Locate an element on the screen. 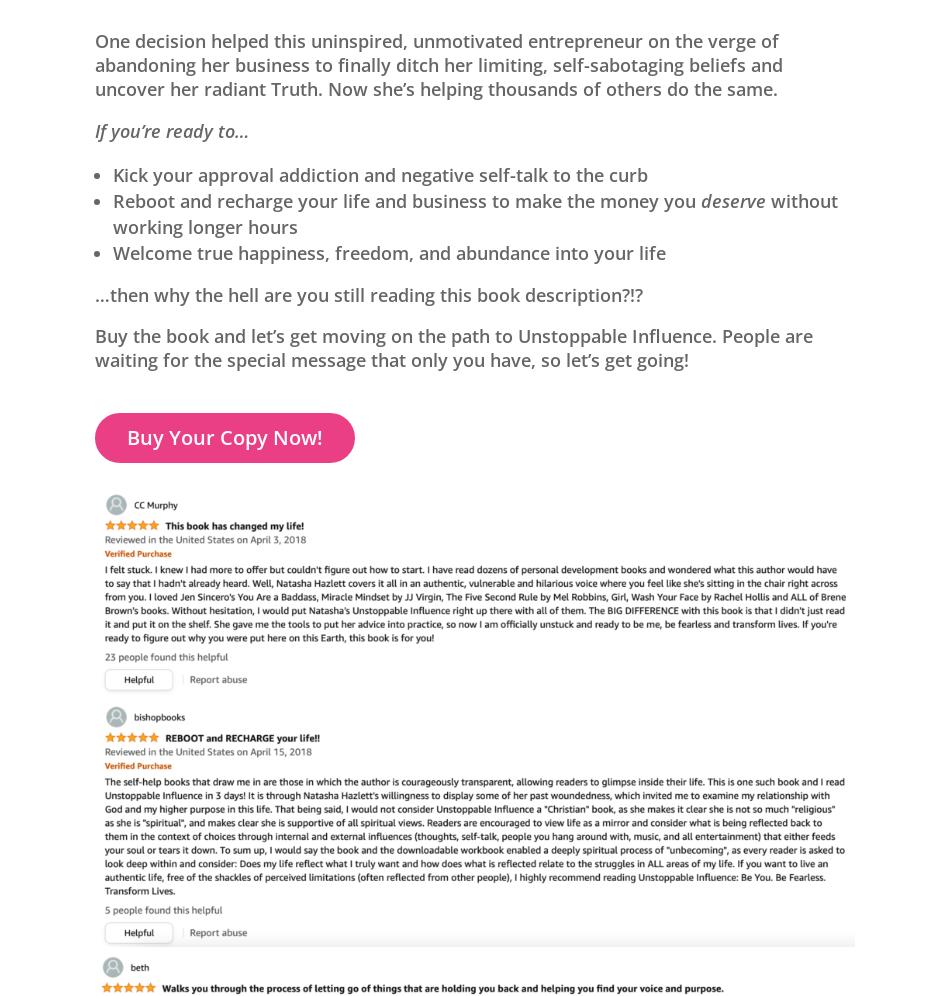 This screenshot has width=950, height=996. 'Buy the book and let’s get moving on the path to Unstoppable Influence. People are waiting for the special message that only you have, so let’s get going!' is located at coordinates (95, 348).